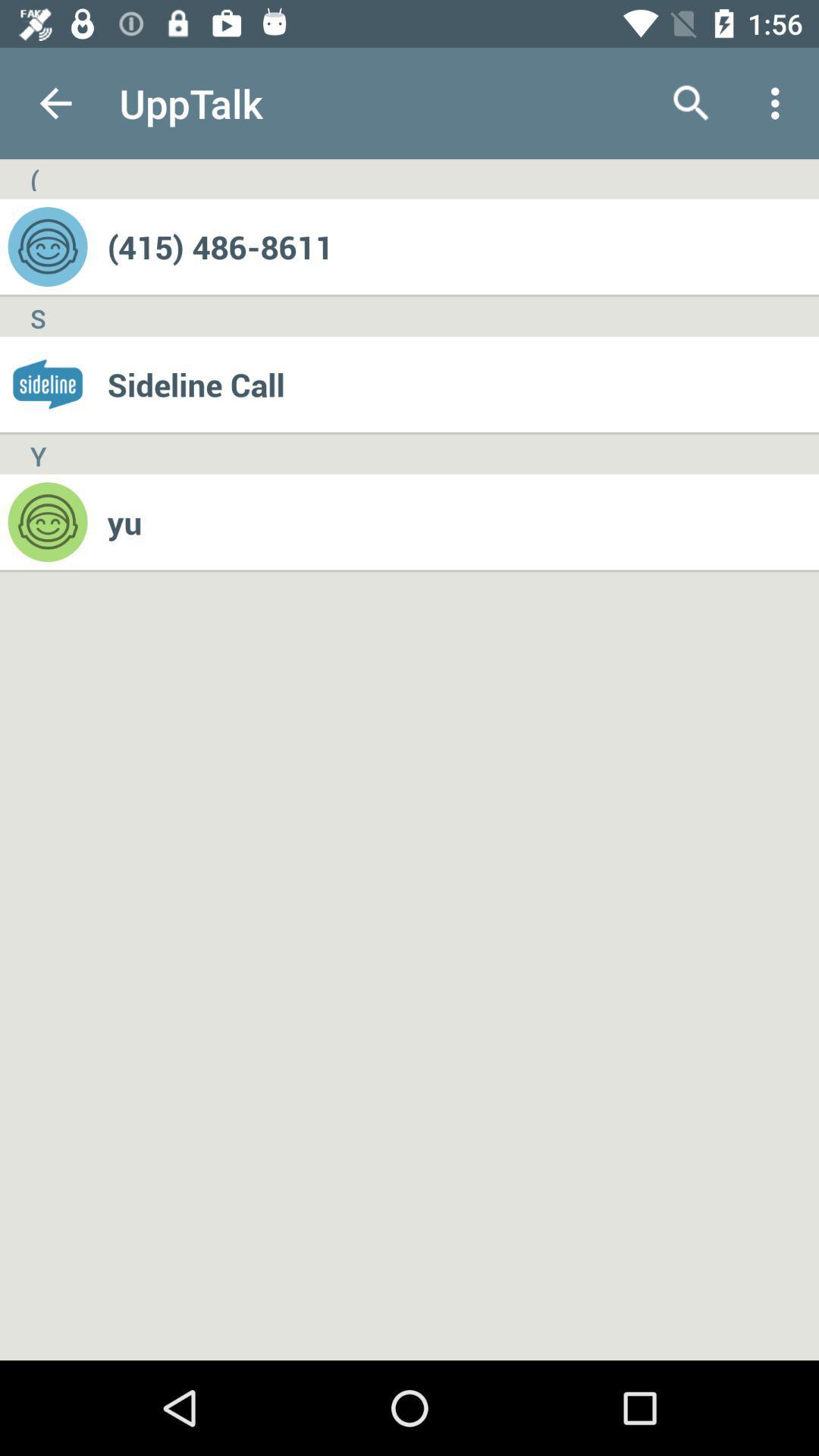  I want to click on the s item, so click(37, 315).